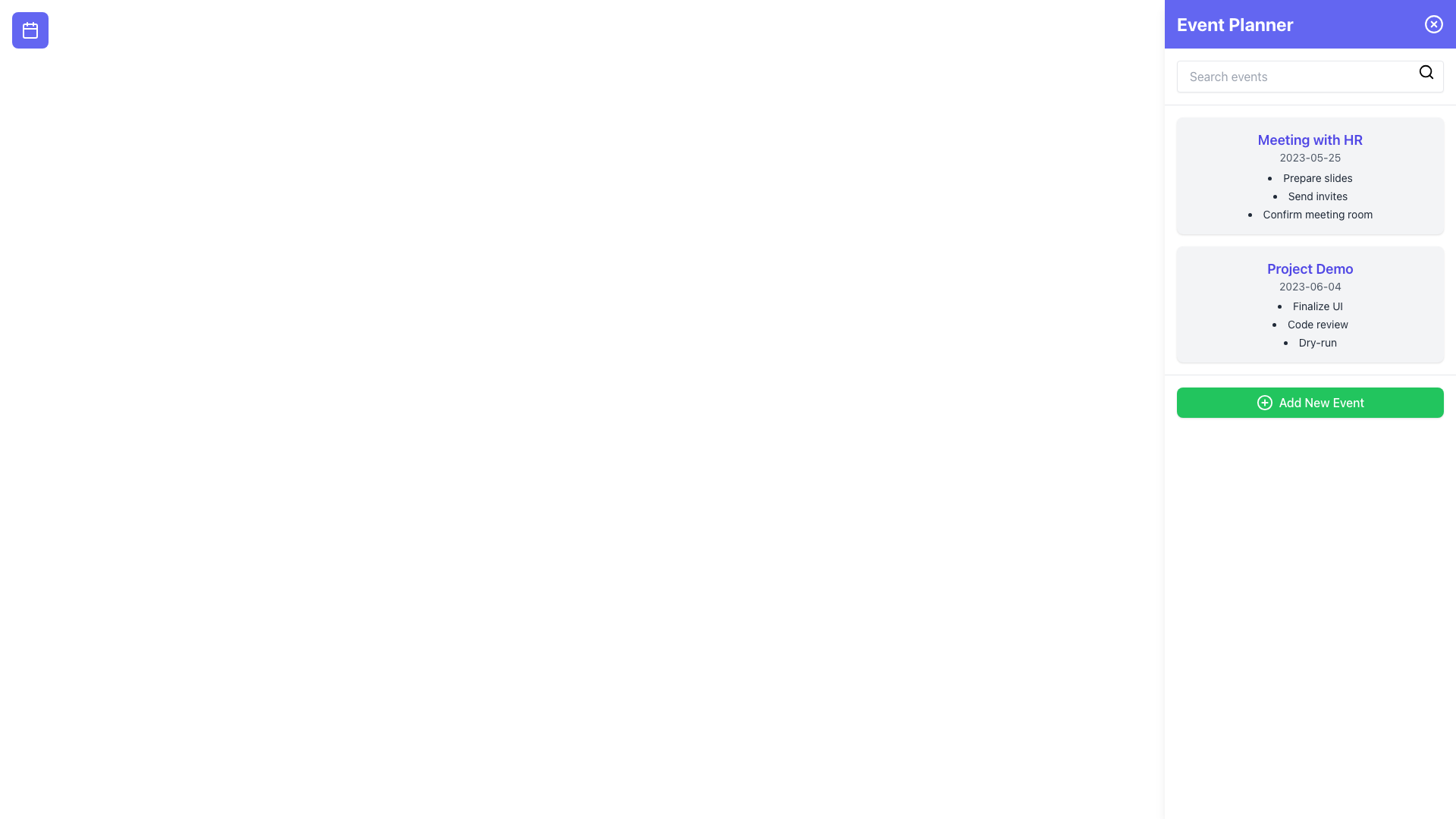  I want to click on list items from the bulleted list located within the 'Project Demo' card, which is positioned below the 'Meeting with HR' card in the right panel, so click(1310, 324).